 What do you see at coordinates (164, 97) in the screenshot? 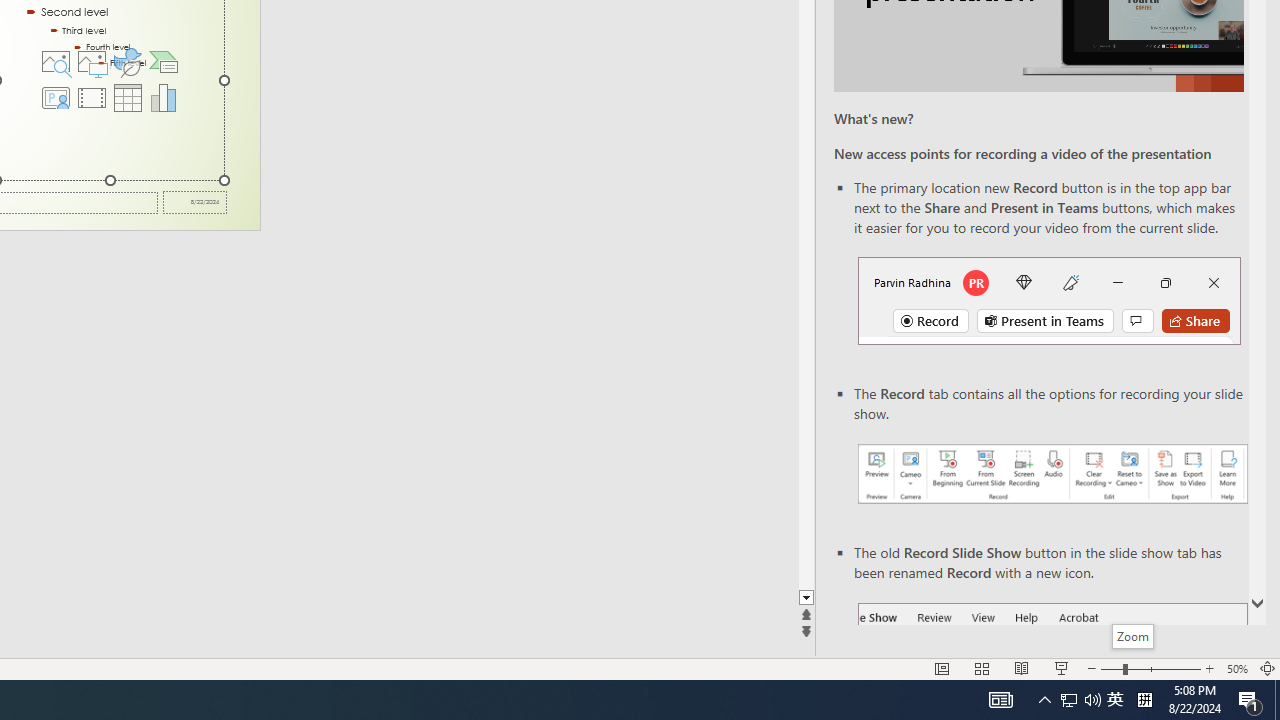
I see `'Insert Chart'` at bounding box center [164, 97].